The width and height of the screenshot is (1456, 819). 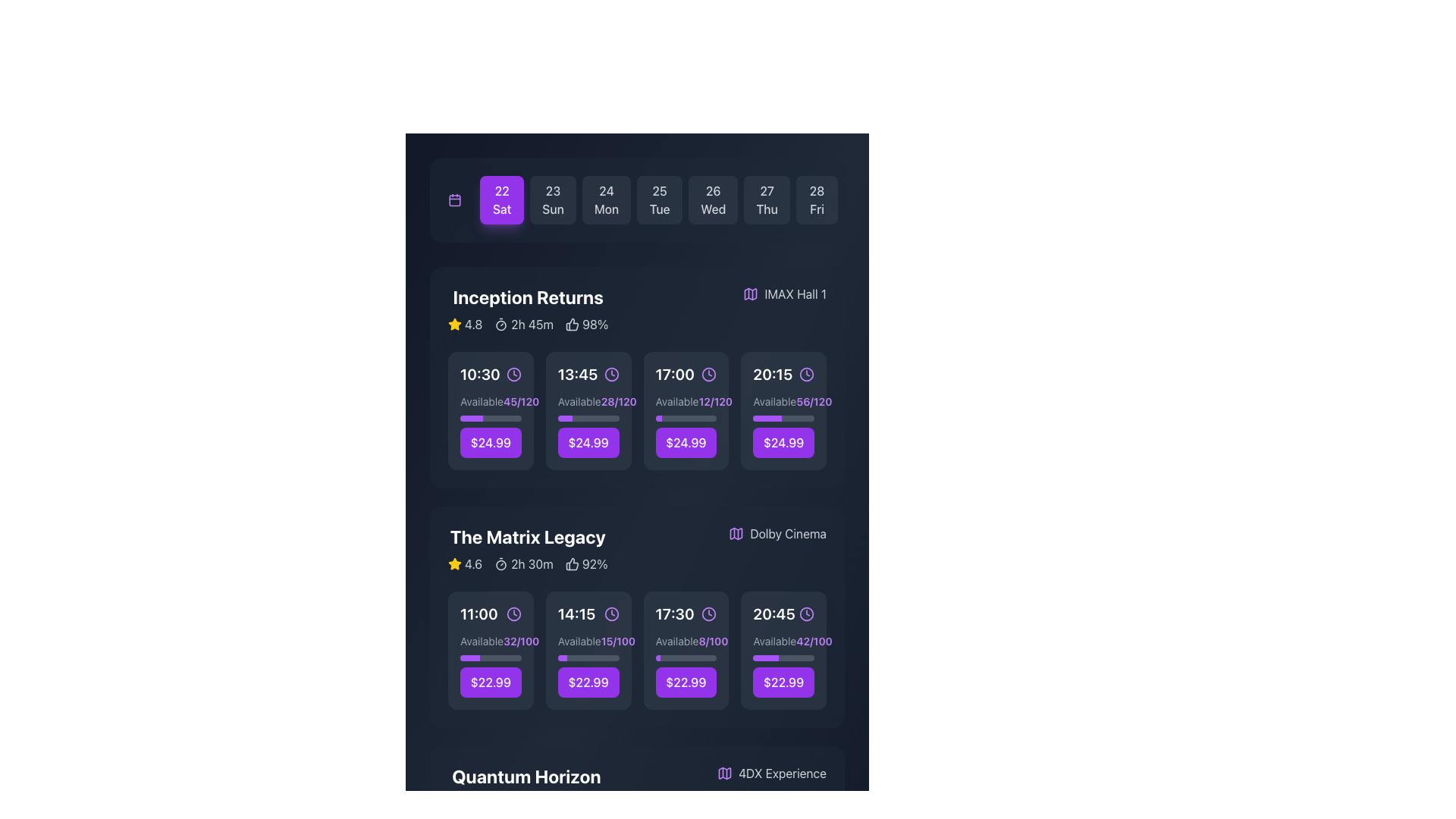 I want to click on the static text label displaying 'Available' in the 'Inception Returns' section, which is located beneath the time label '10:30', so click(x=481, y=400).